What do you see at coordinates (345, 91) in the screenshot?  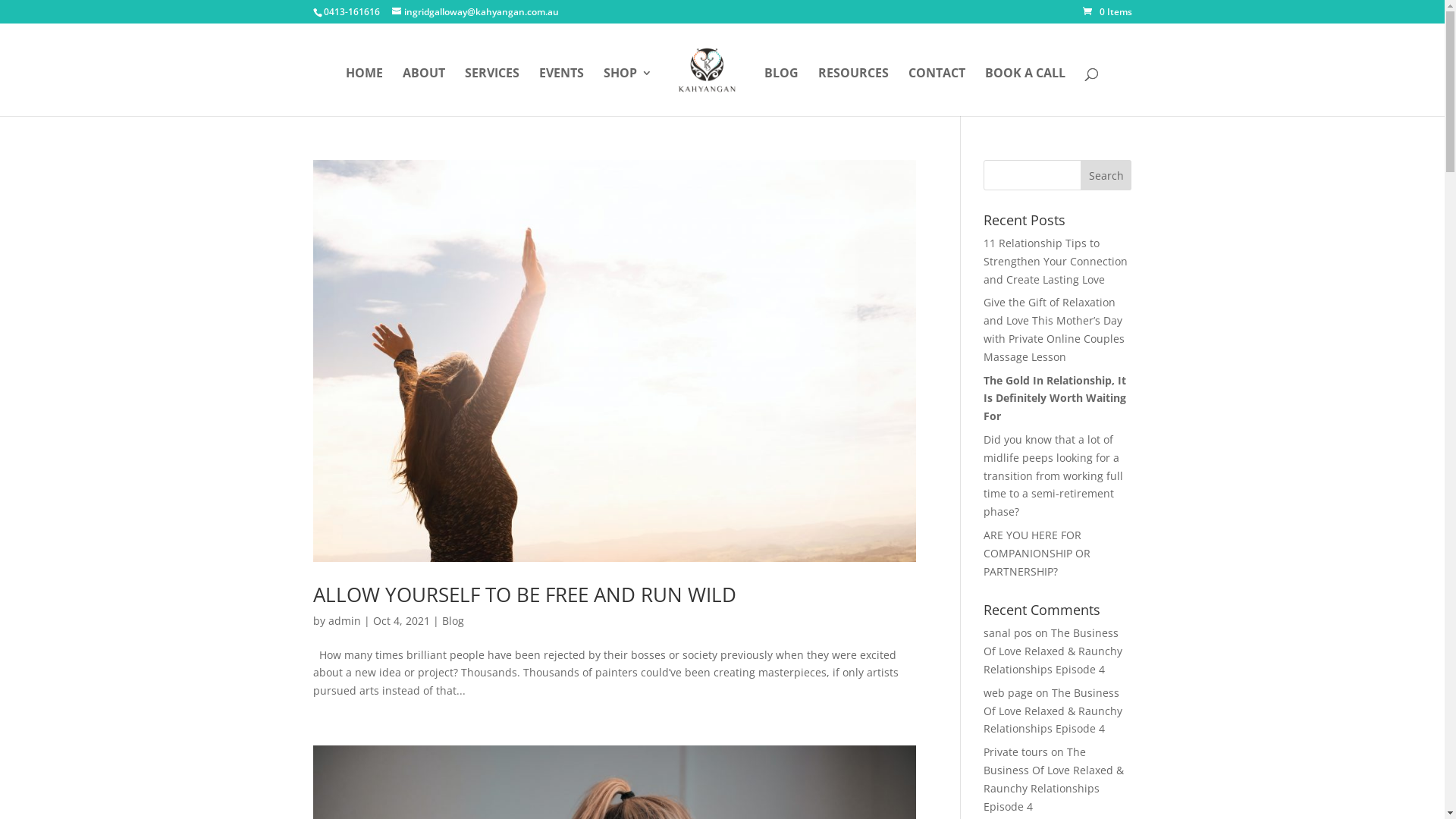 I see `'HOME'` at bounding box center [345, 91].